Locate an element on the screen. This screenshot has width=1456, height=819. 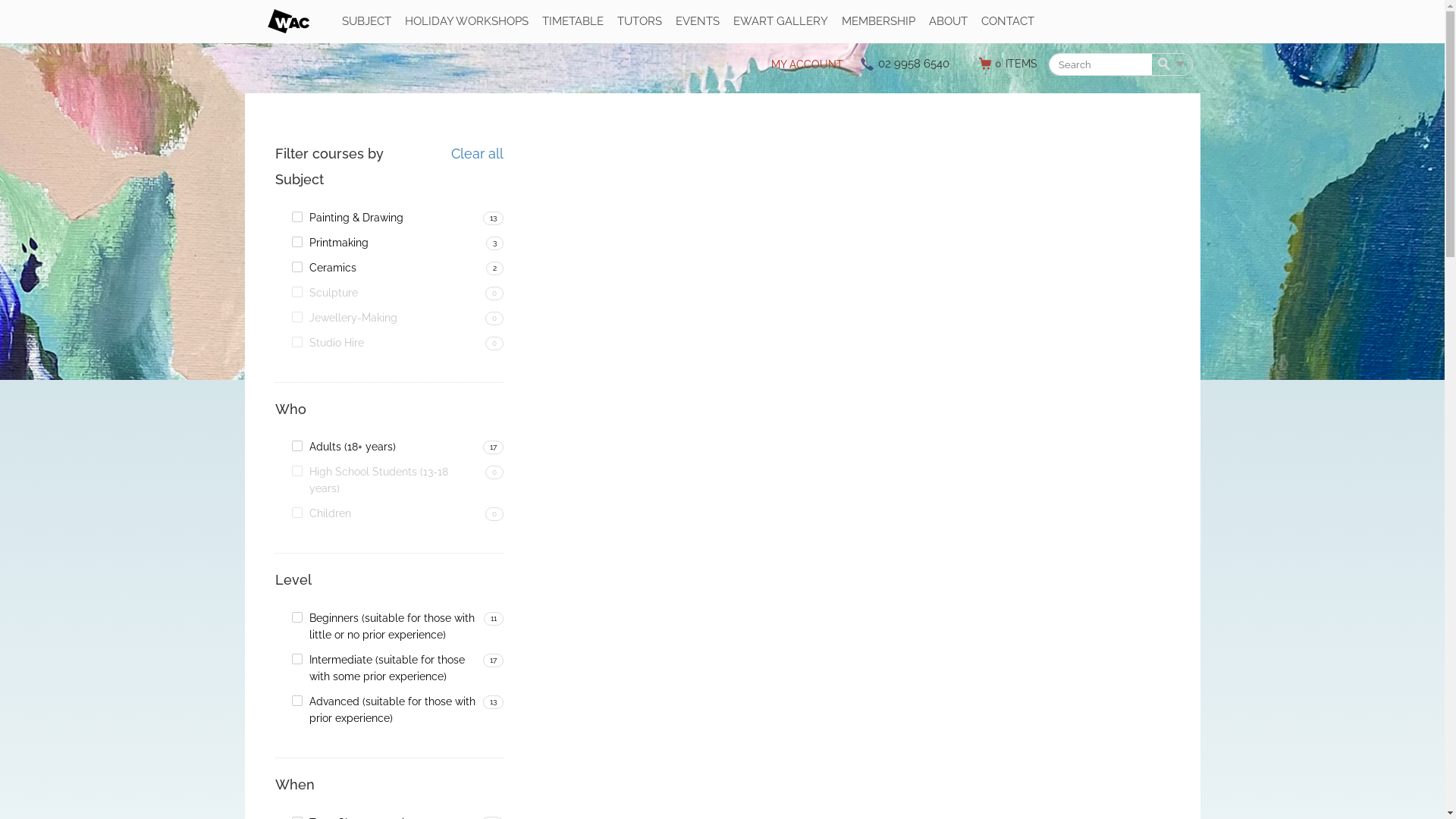
'MEMBERSHIP' is located at coordinates (835, 20).